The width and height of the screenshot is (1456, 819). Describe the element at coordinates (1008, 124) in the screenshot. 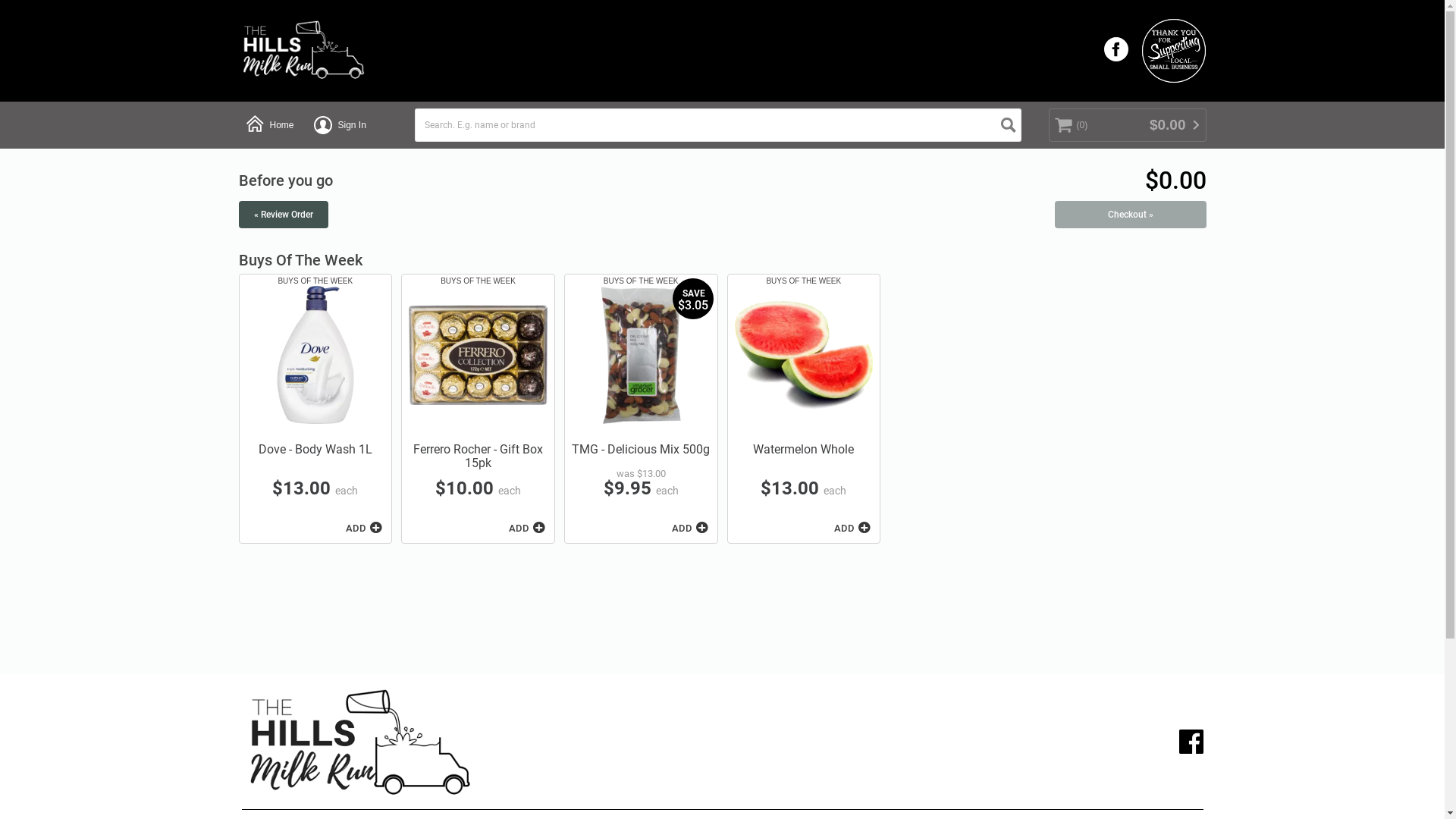

I see `'Search'` at that location.